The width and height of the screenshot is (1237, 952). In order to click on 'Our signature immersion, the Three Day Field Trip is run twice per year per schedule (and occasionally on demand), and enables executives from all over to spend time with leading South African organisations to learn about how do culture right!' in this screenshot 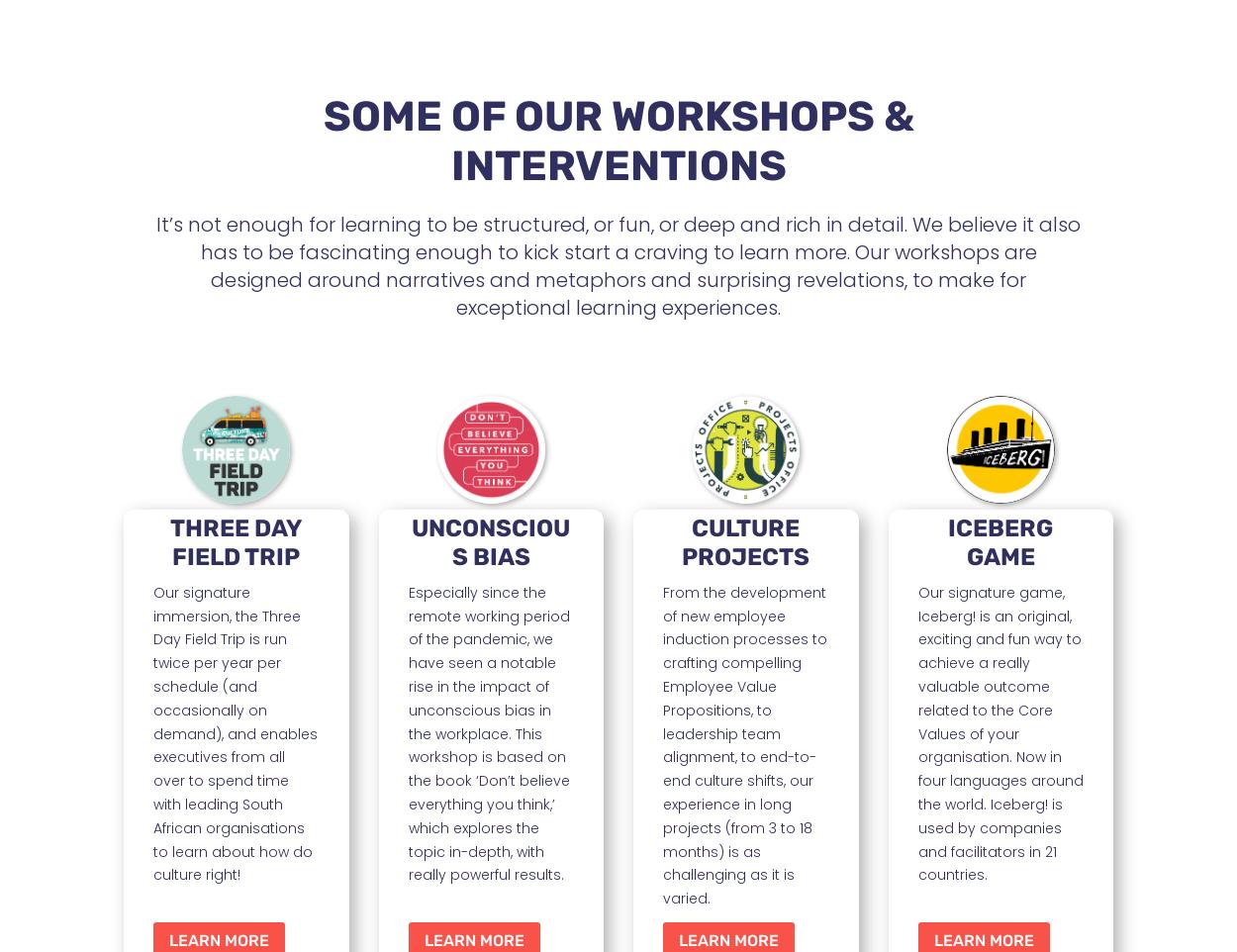, I will do `click(235, 733)`.